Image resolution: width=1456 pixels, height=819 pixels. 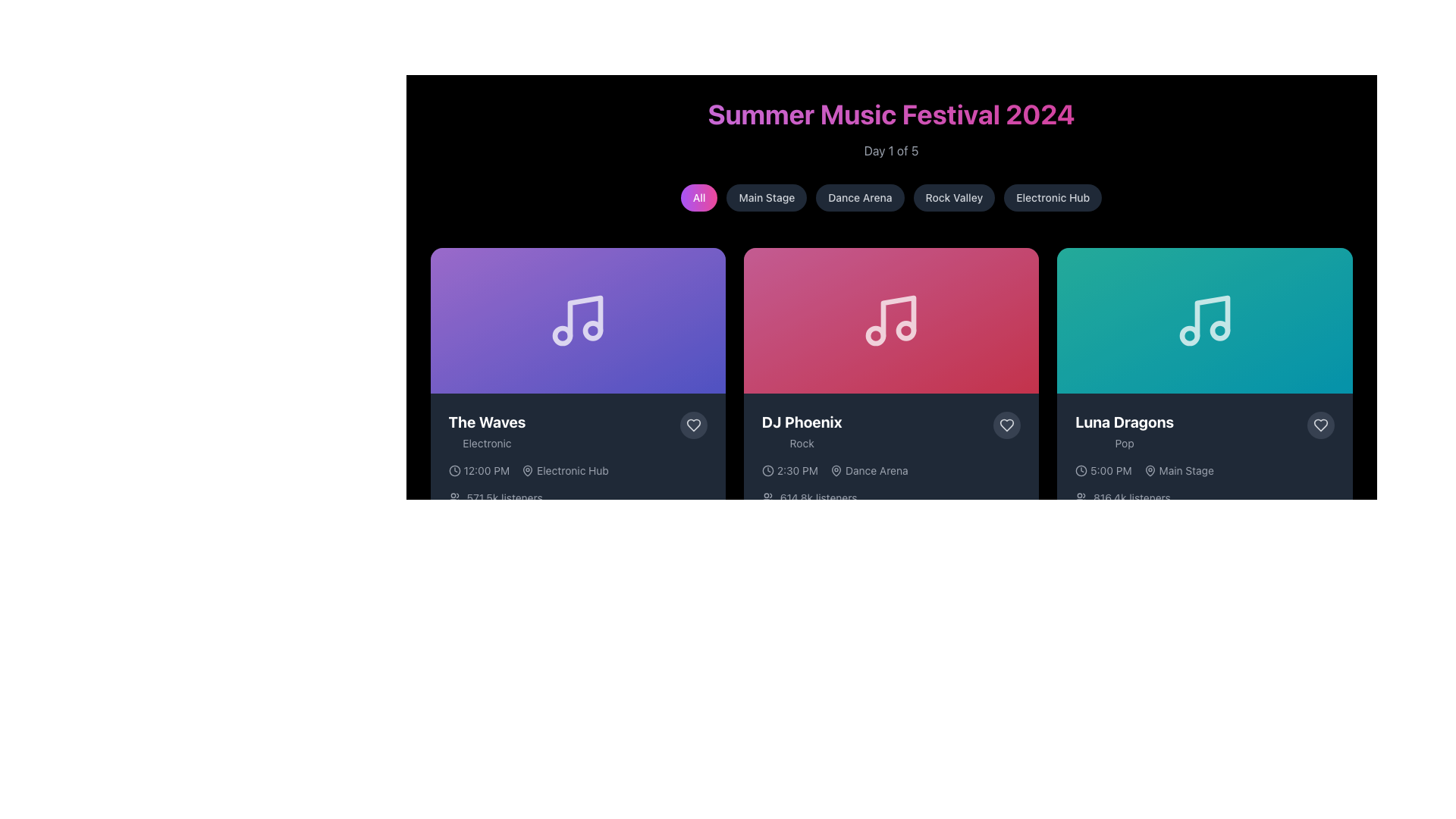 What do you see at coordinates (692, 425) in the screenshot?
I see `the heart icon button located in the bottom-right corner of the event card for 'The Waves' band` at bounding box center [692, 425].